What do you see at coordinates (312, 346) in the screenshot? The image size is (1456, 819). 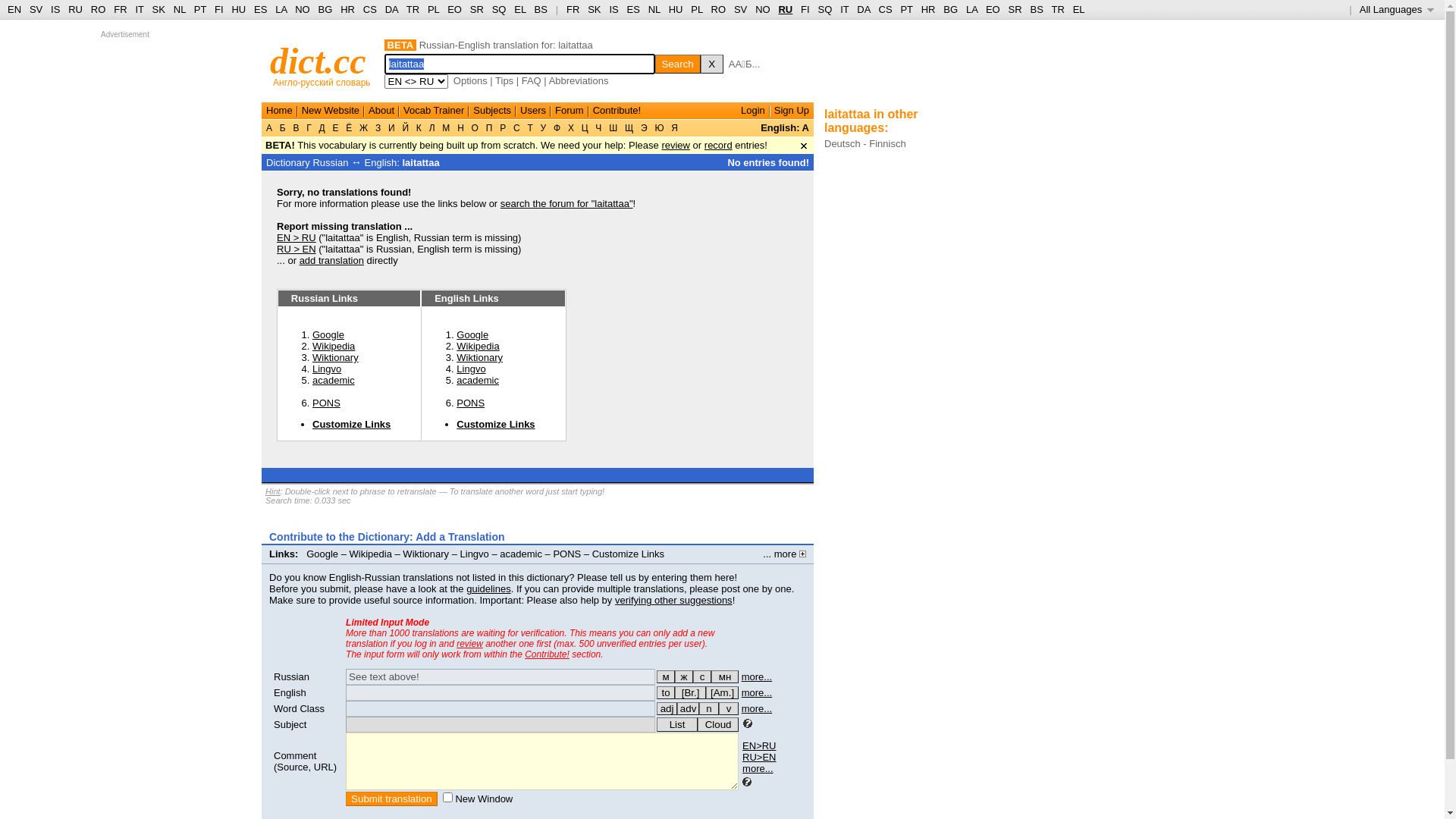 I see `'Wikipedia'` at bounding box center [312, 346].